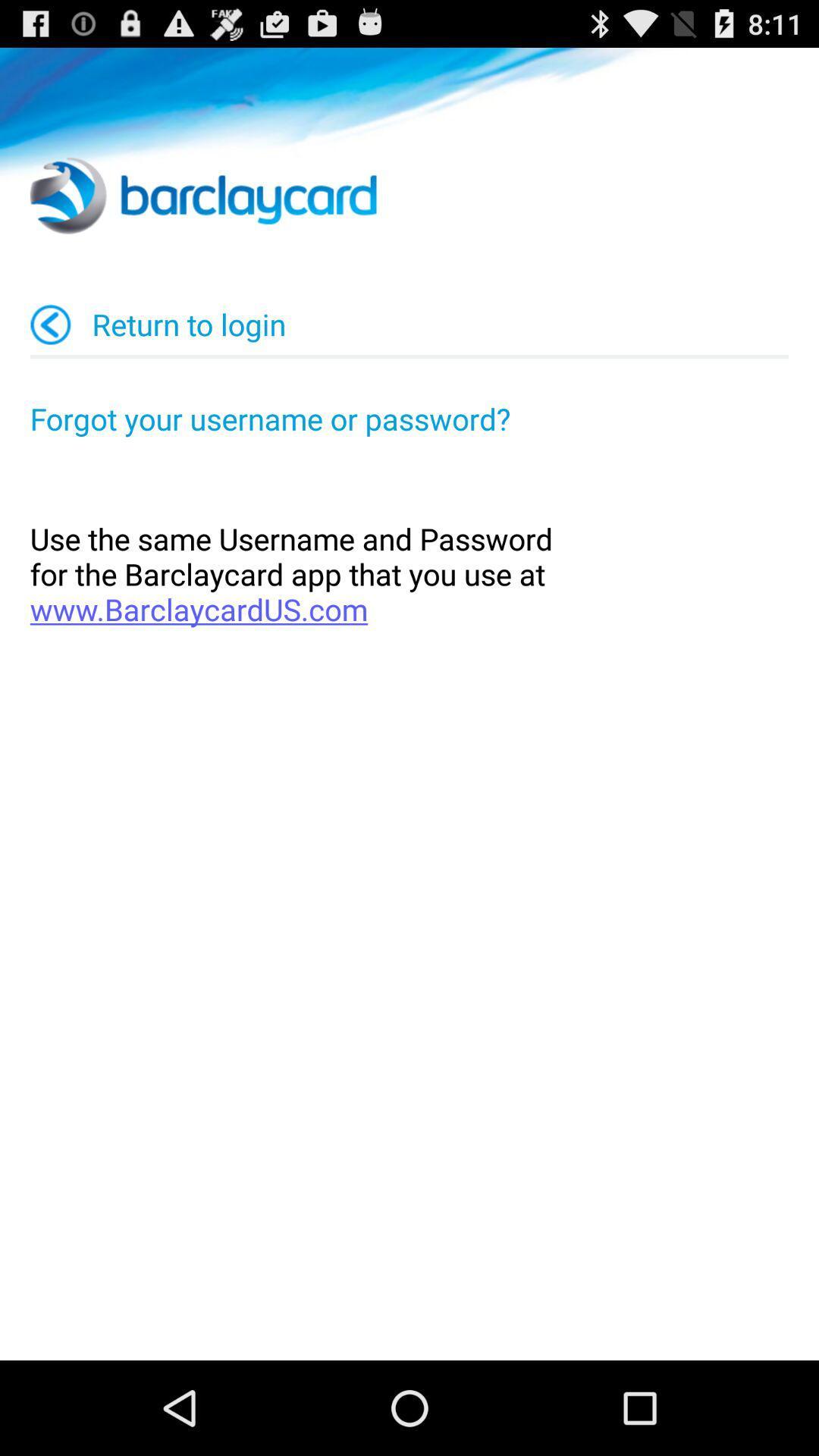 This screenshot has height=1456, width=819. Describe the element at coordinates (409, 573) in the screenshot. I see `the icon below the forgot your username item` at that location.